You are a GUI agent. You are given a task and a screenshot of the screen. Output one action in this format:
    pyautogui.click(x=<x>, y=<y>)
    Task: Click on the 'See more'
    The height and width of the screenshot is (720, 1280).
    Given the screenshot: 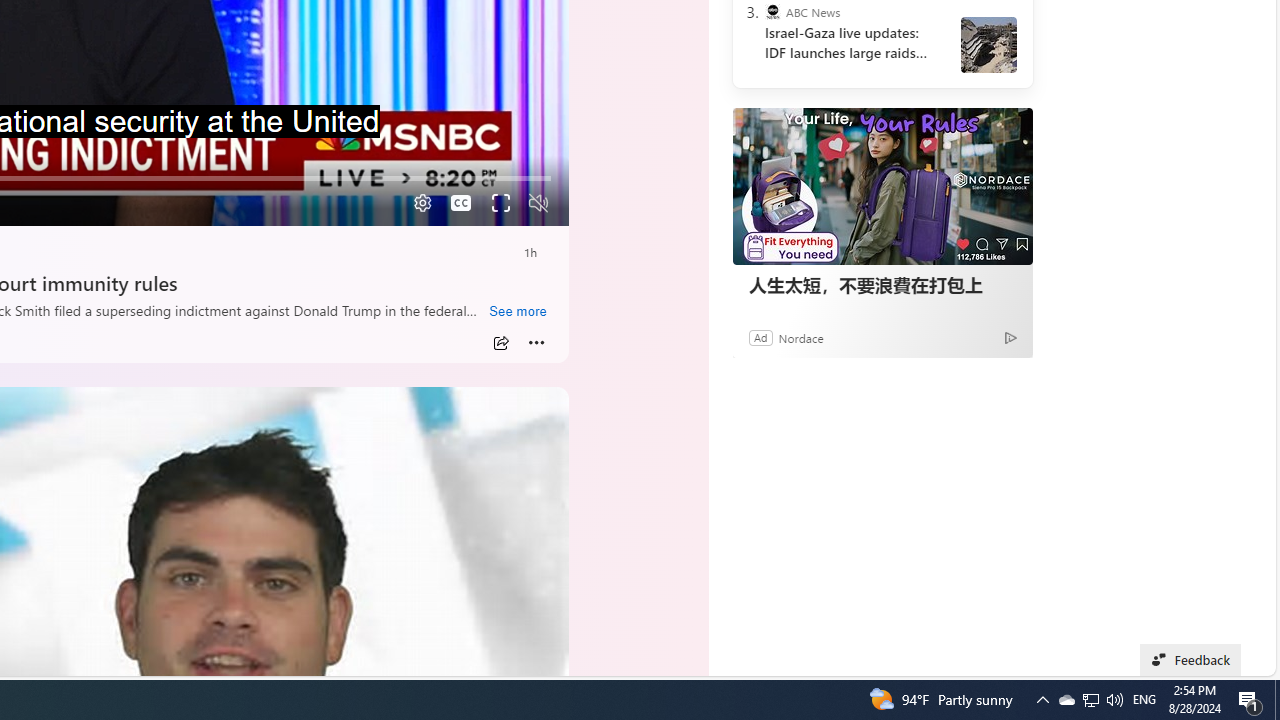 What is the action you would take?
    pyautogui.click(x=517, y=312)
    